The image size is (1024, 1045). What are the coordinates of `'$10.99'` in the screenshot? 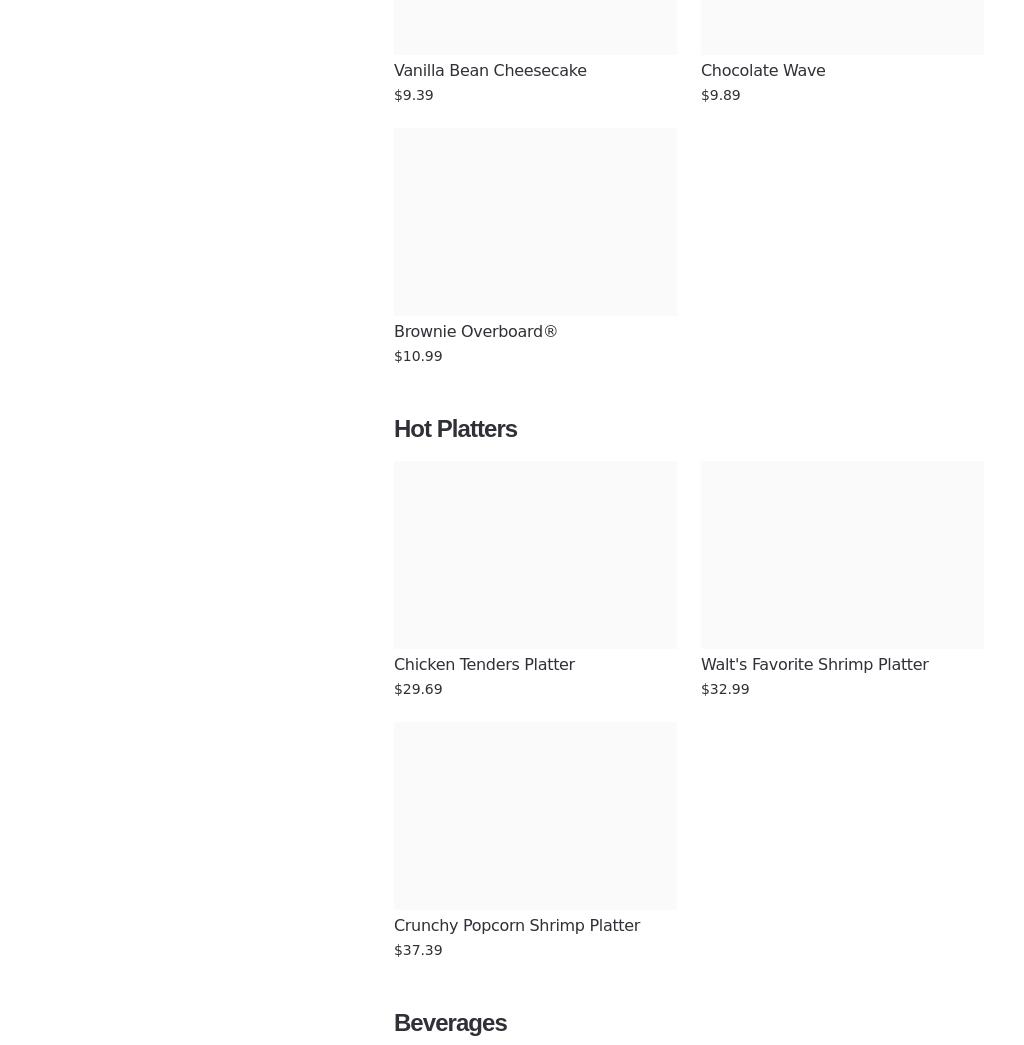 It's located at (416, 355).